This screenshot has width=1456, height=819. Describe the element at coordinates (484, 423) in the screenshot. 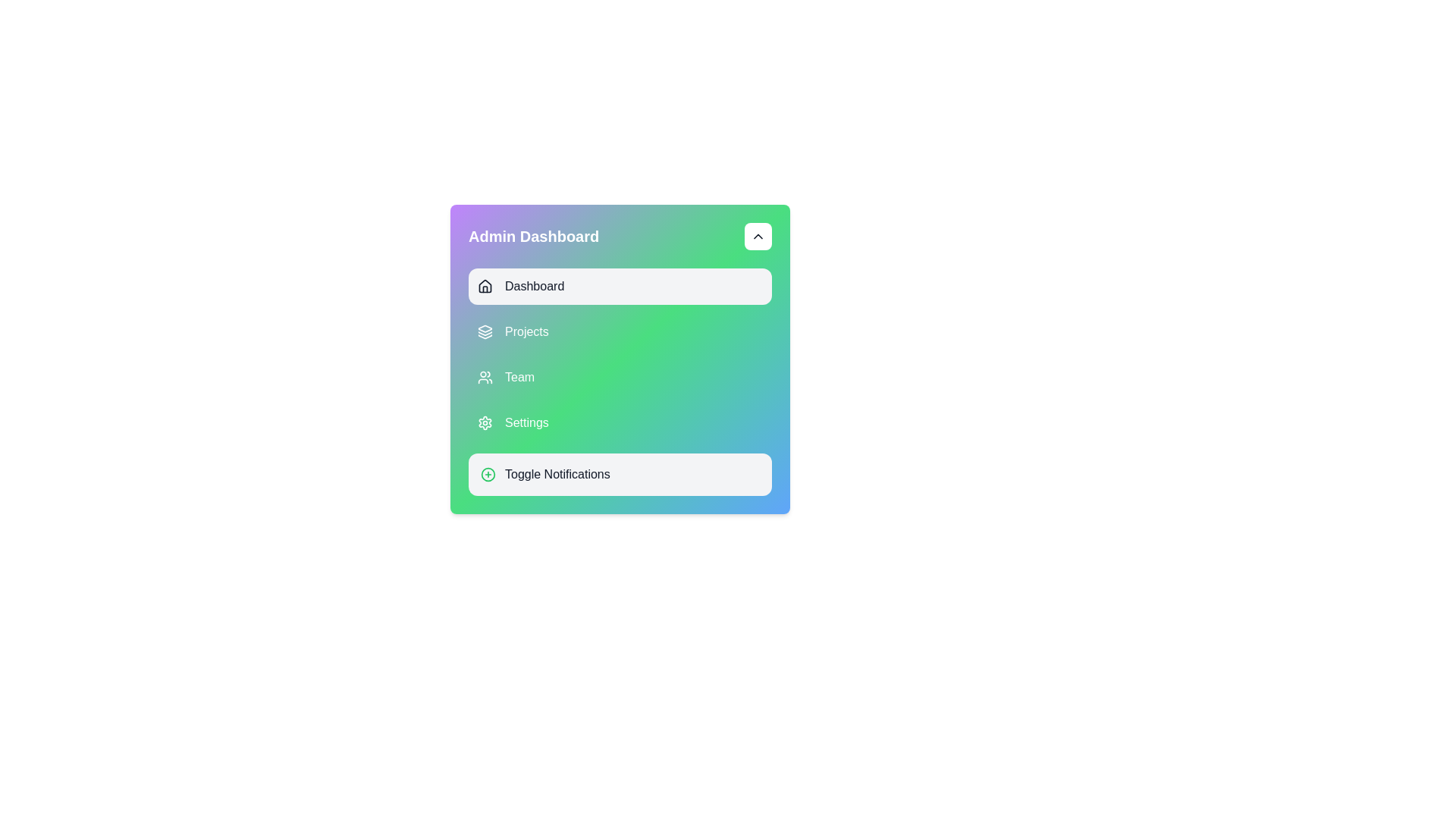

I see `the primary cogwheel structure of the settings icon located towards the right side of the menu, adjacent to the 'Settings' label` at that location.